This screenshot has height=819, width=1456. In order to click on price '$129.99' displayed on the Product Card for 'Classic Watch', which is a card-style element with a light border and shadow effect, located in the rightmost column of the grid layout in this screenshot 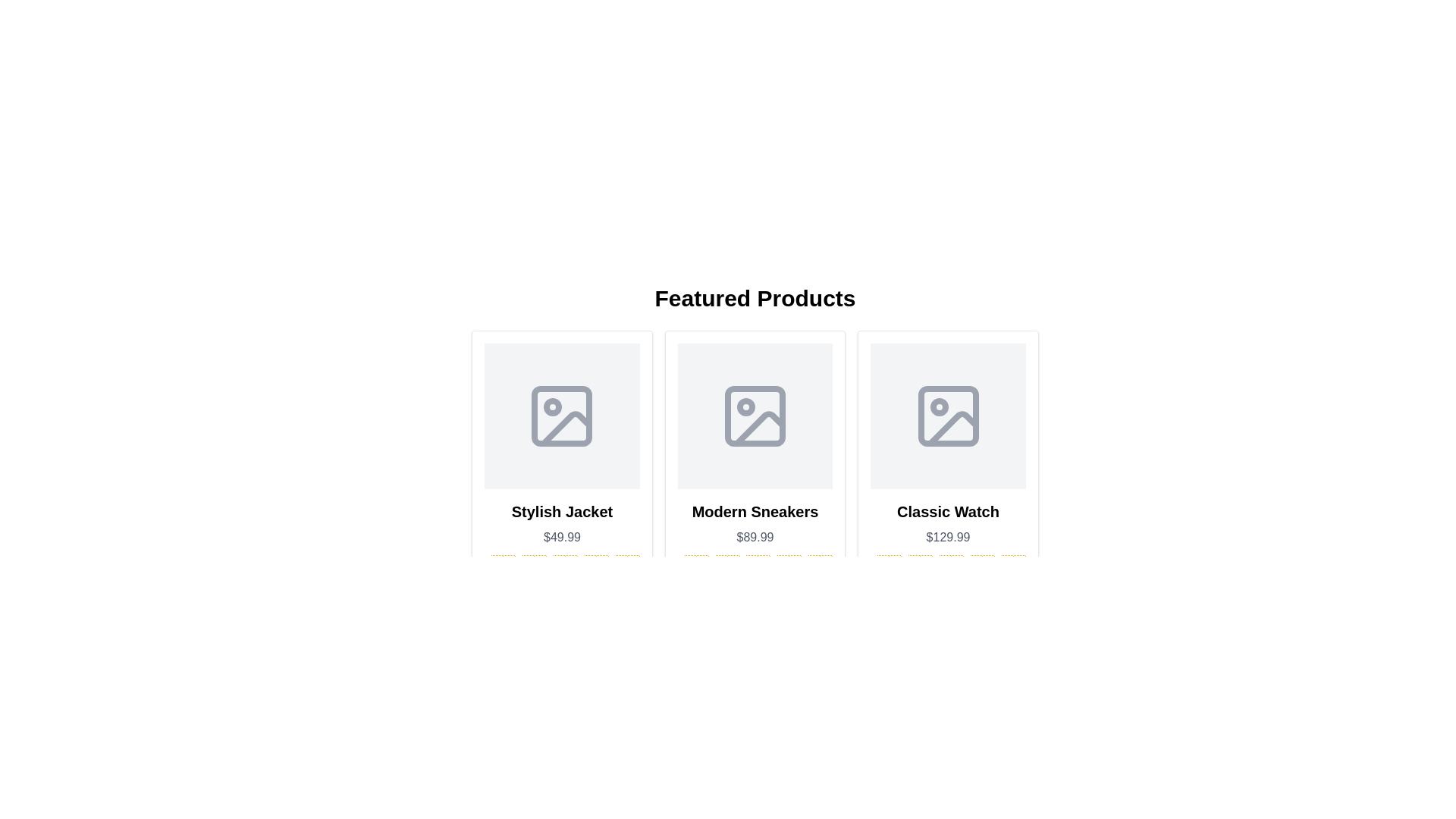, I will do `click(947, 475)`.